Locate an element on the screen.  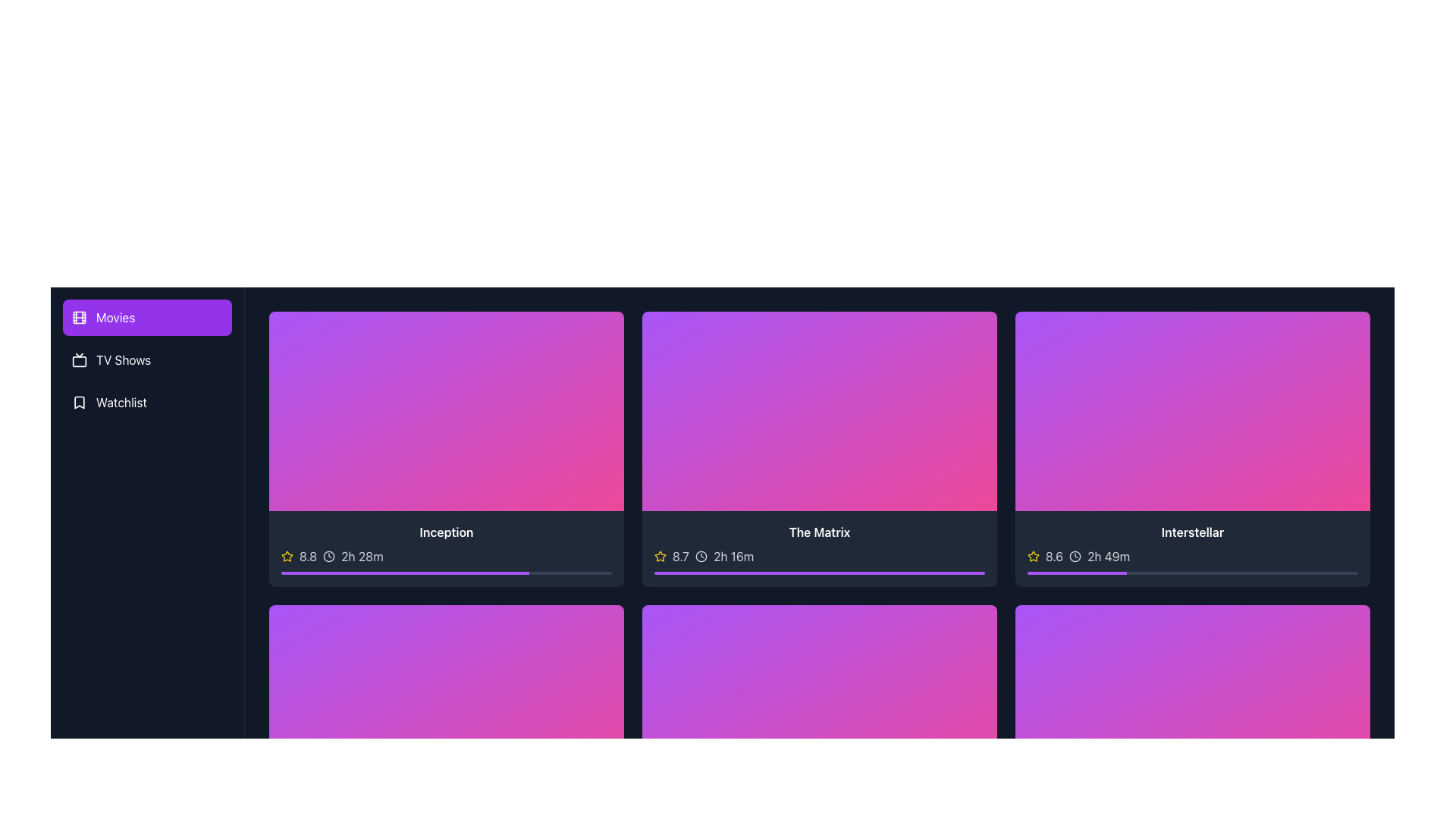
the Icon element indicating the movie's rating score, located to the left of the text '8.8' in the top row of the grid layout for the 'Inception' item is located at coordinates (287, 556).